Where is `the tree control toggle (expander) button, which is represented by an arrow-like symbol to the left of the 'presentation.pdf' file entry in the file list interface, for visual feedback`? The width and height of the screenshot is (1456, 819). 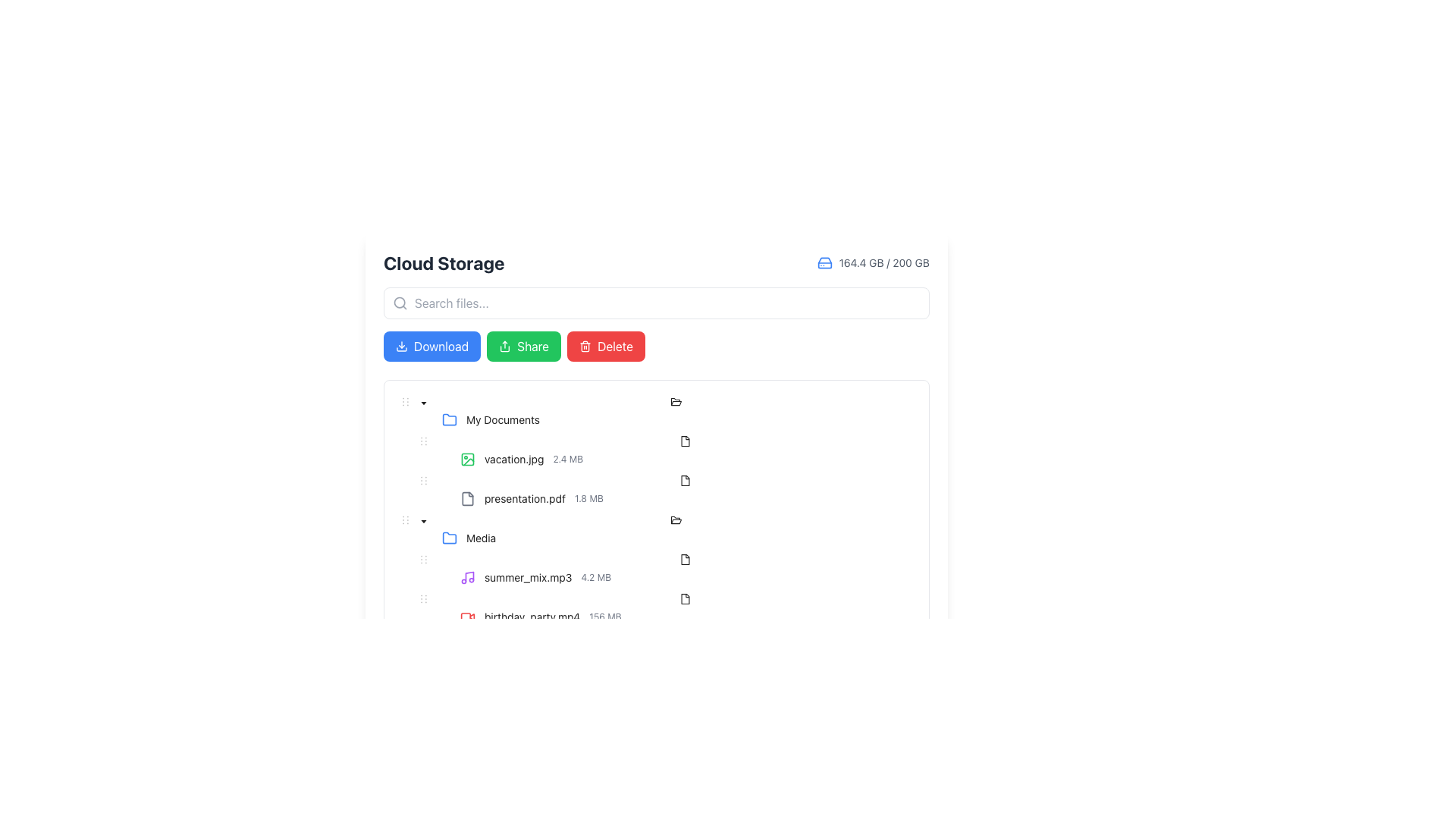 the tree control toggle (expander) button, which is represented by an arrow-like symbol to the left of the 'presentation.pdf' file entry in the file list interface, for visual feedback is located at coordinates (441, 489).